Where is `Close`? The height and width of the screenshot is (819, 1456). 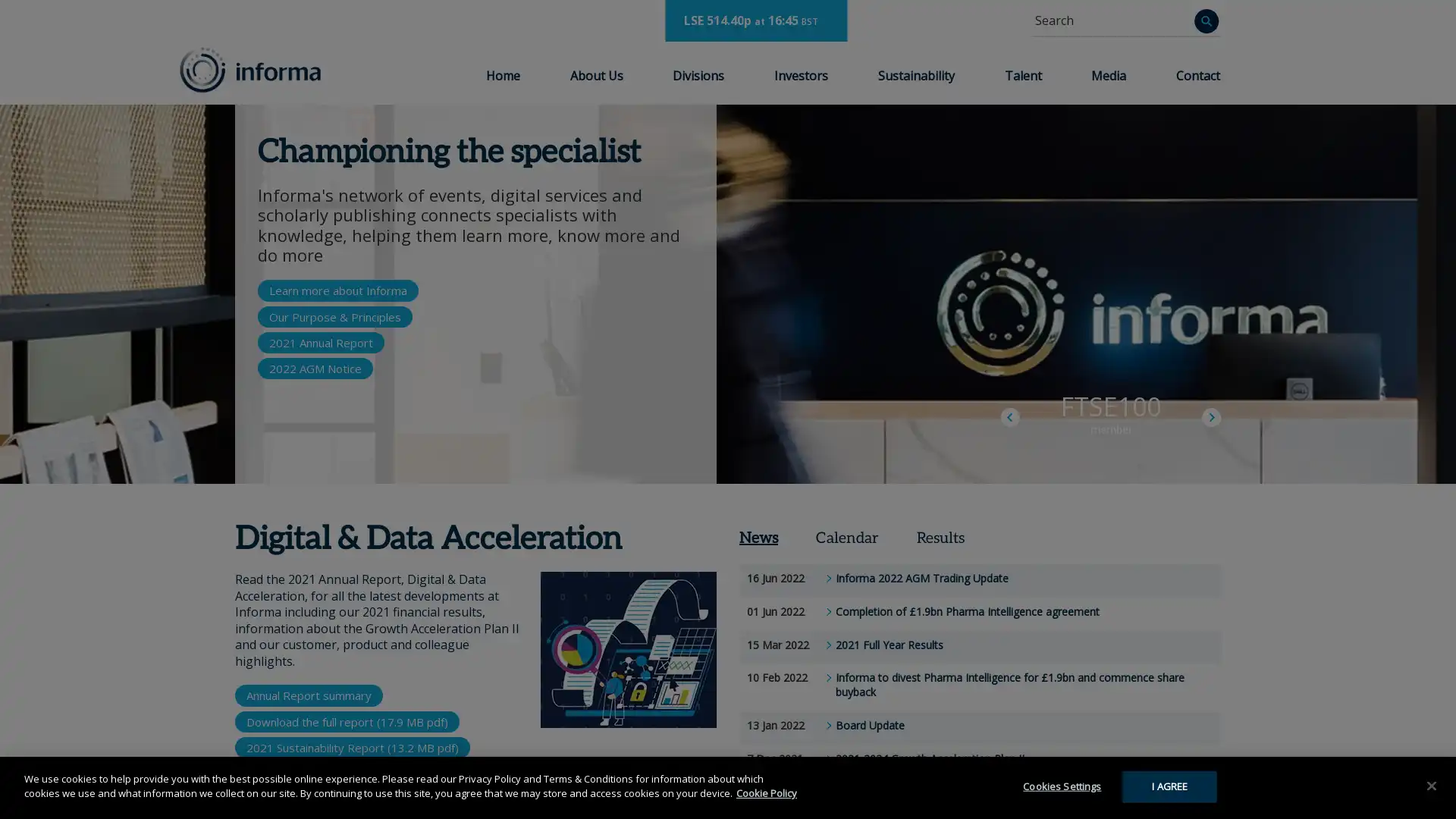
Close is located at coordinates (1430, 785).